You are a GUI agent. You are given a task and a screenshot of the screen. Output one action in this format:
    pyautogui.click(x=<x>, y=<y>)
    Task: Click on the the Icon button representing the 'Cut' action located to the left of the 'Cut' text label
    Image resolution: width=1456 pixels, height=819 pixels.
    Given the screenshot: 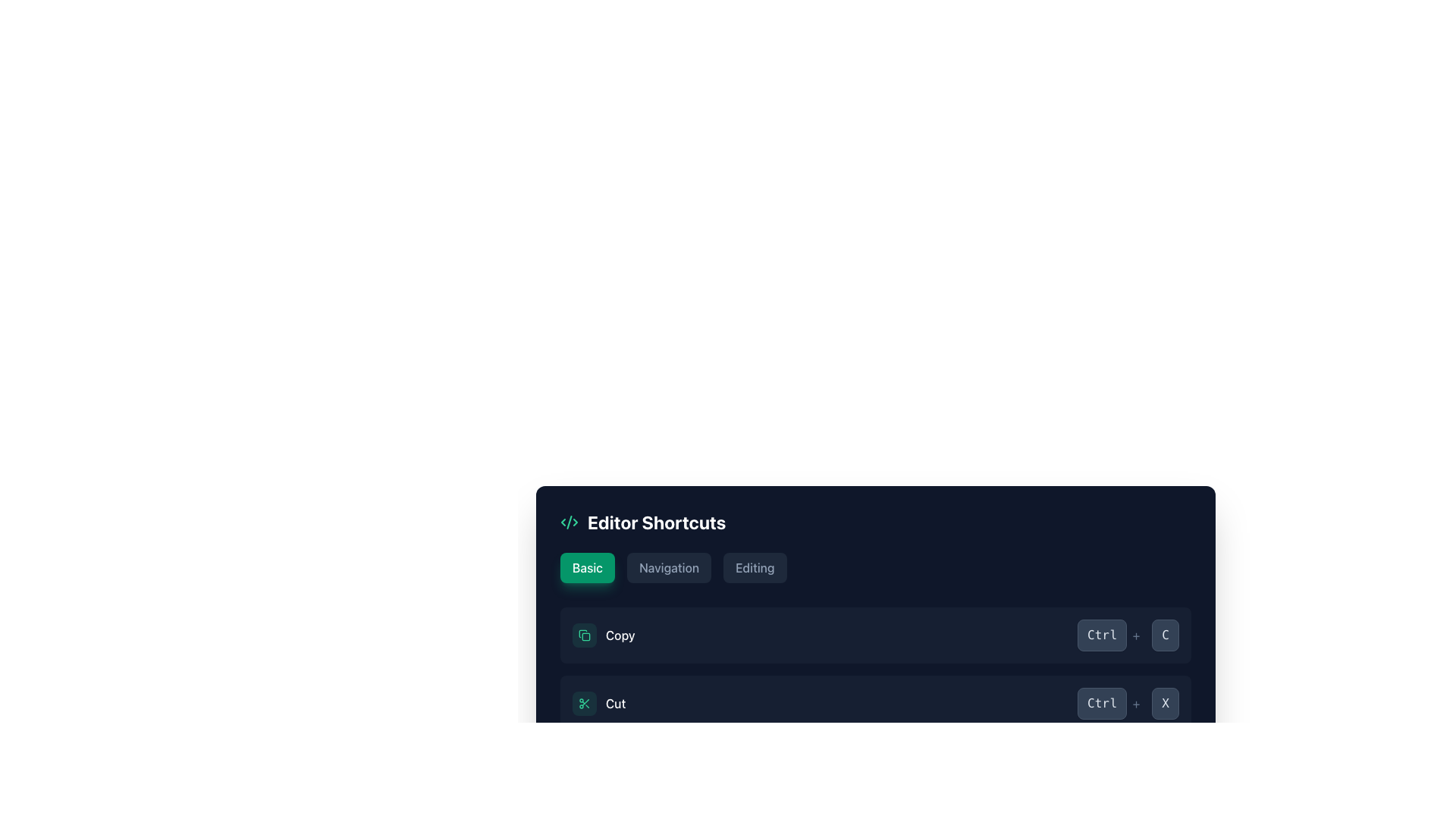 What is the action you would take?
    pyautogui.click(x=584, y=704)
    